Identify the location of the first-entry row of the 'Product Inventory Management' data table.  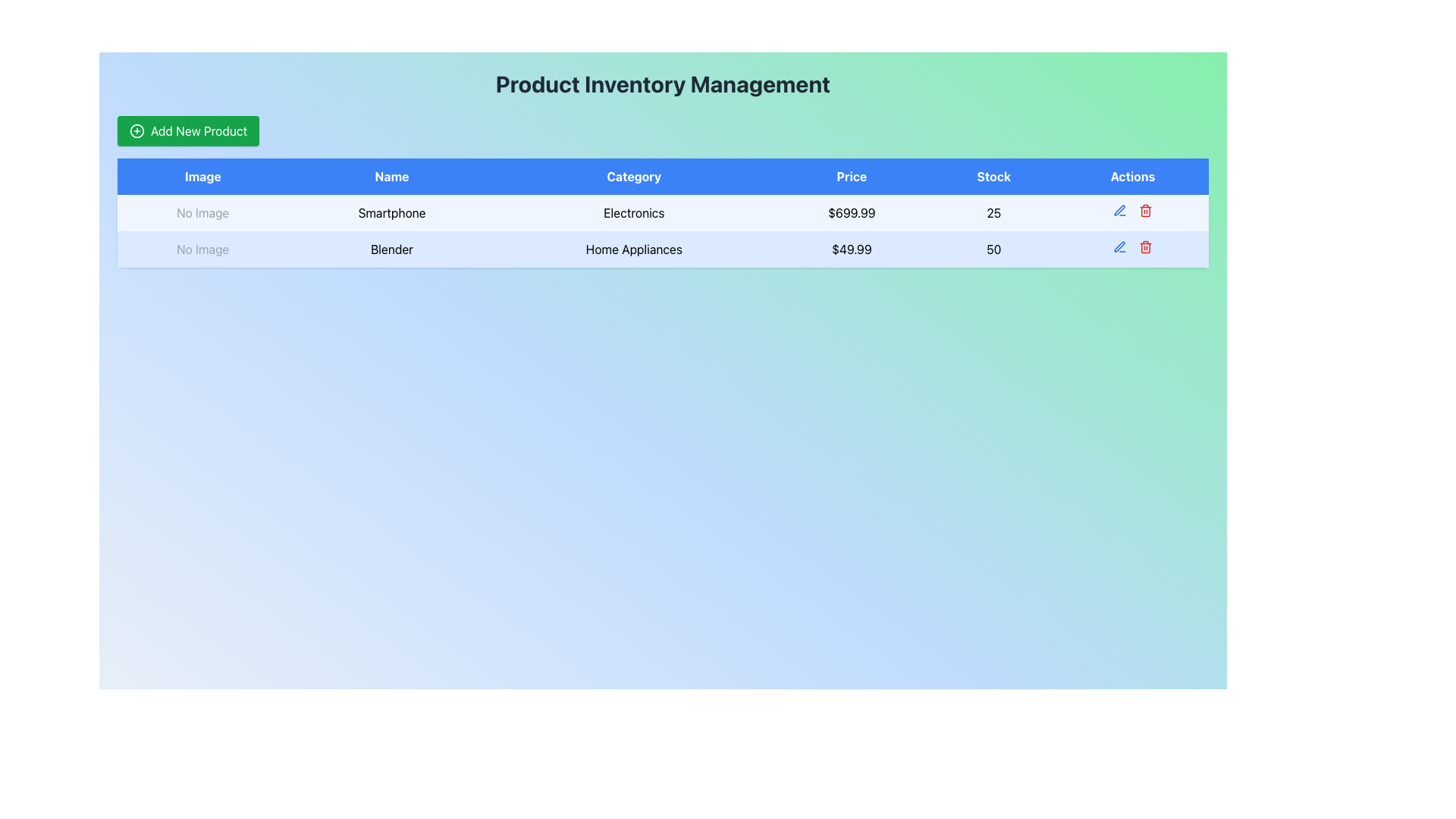
(663, 213).